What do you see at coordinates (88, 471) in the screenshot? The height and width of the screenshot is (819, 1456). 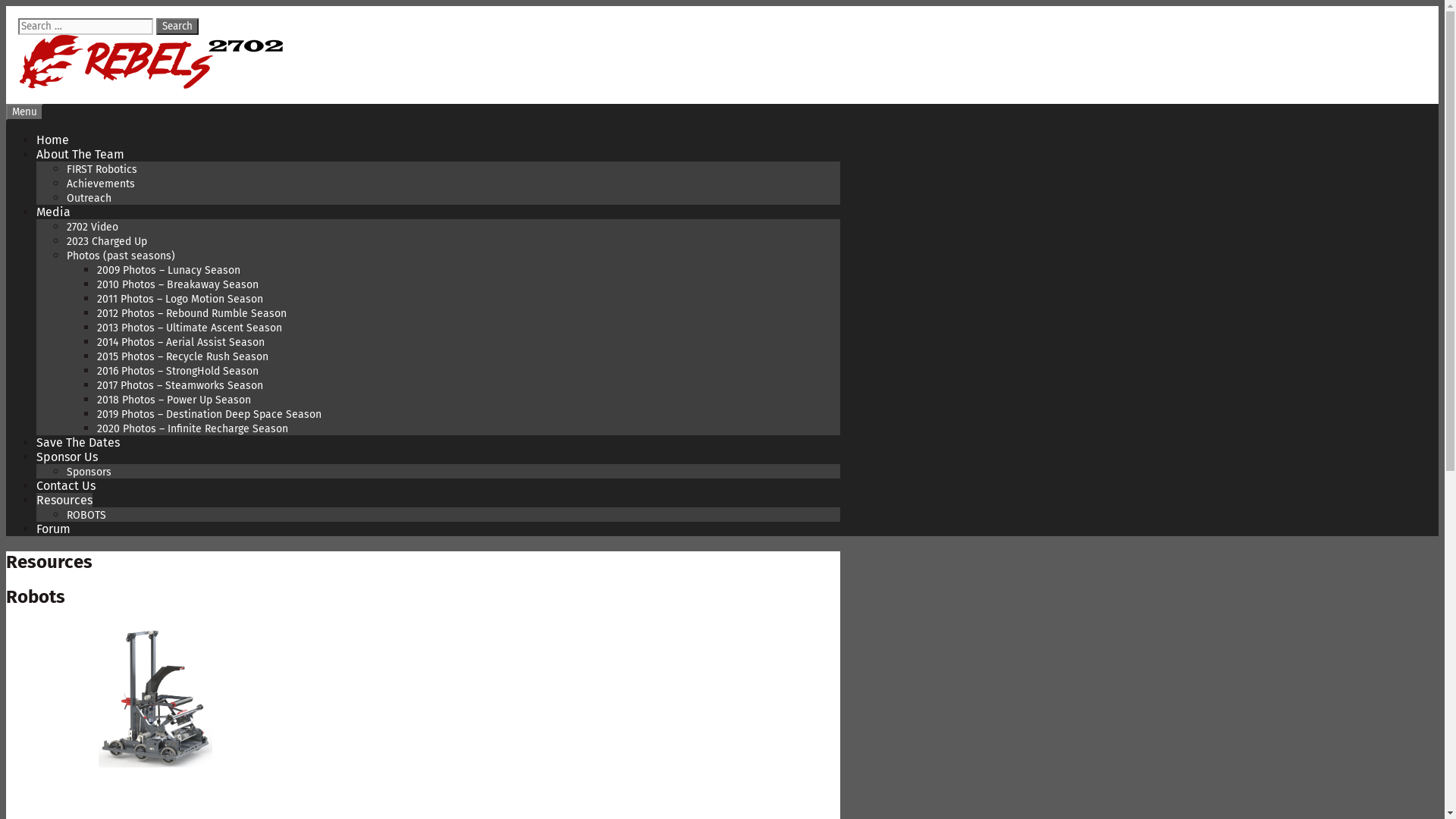 I see `'Sponsors'` at bounding box center [88, 471].